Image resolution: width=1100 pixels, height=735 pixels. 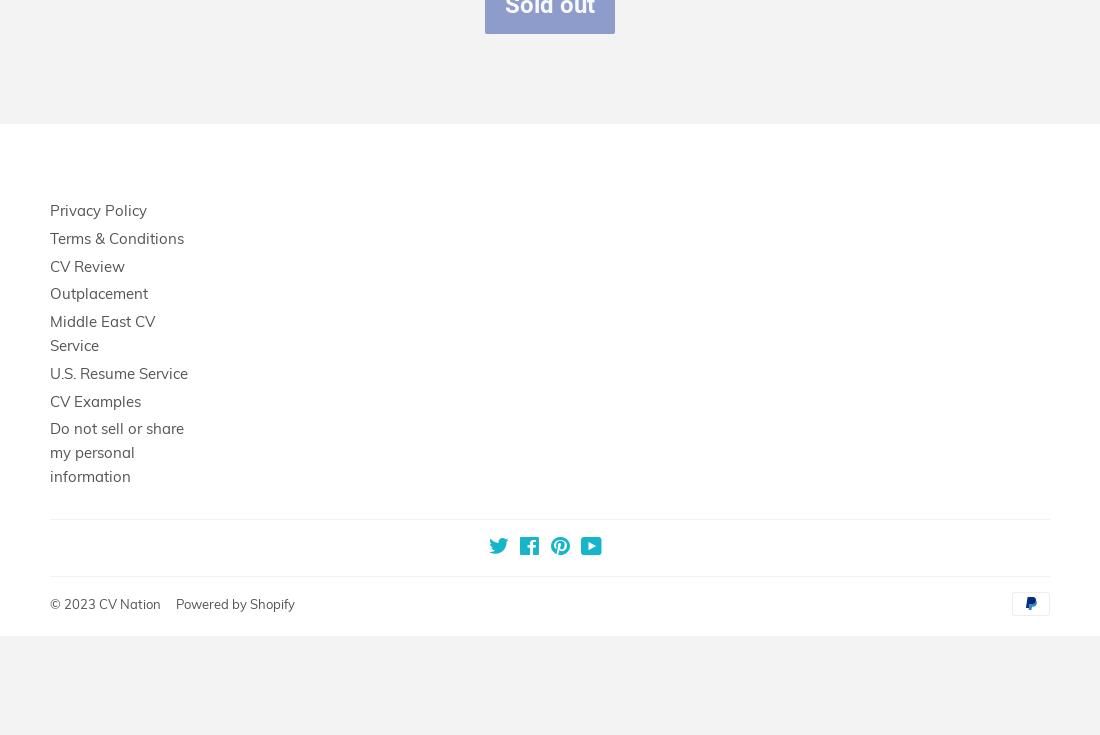 What do you see at coordinates (117, 451) in the screenshot?
I see `'Do not sell or share my personal information'` at bounding box center [117, 451].